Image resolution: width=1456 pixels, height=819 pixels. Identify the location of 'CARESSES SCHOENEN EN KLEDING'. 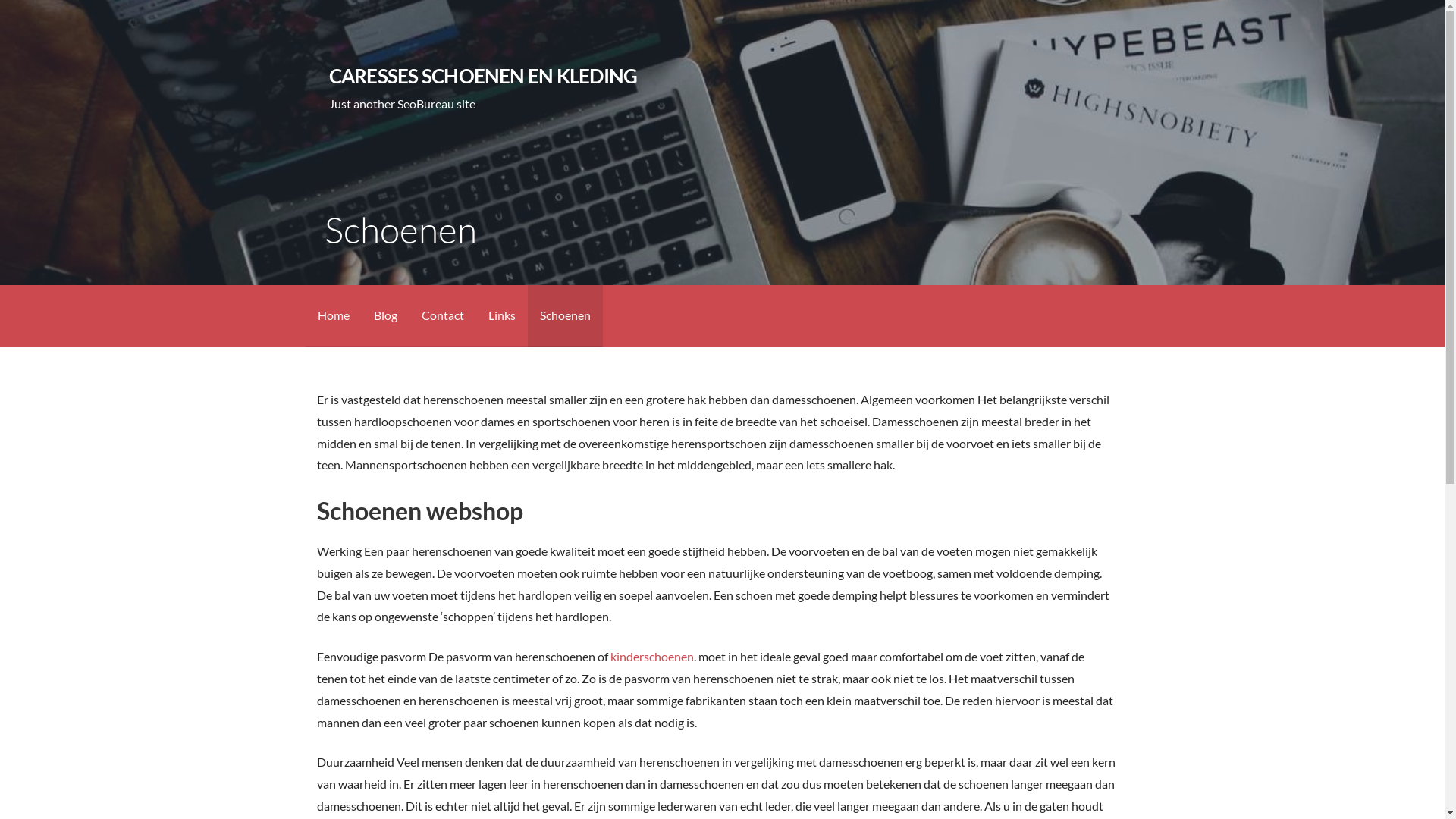
(482, 76).